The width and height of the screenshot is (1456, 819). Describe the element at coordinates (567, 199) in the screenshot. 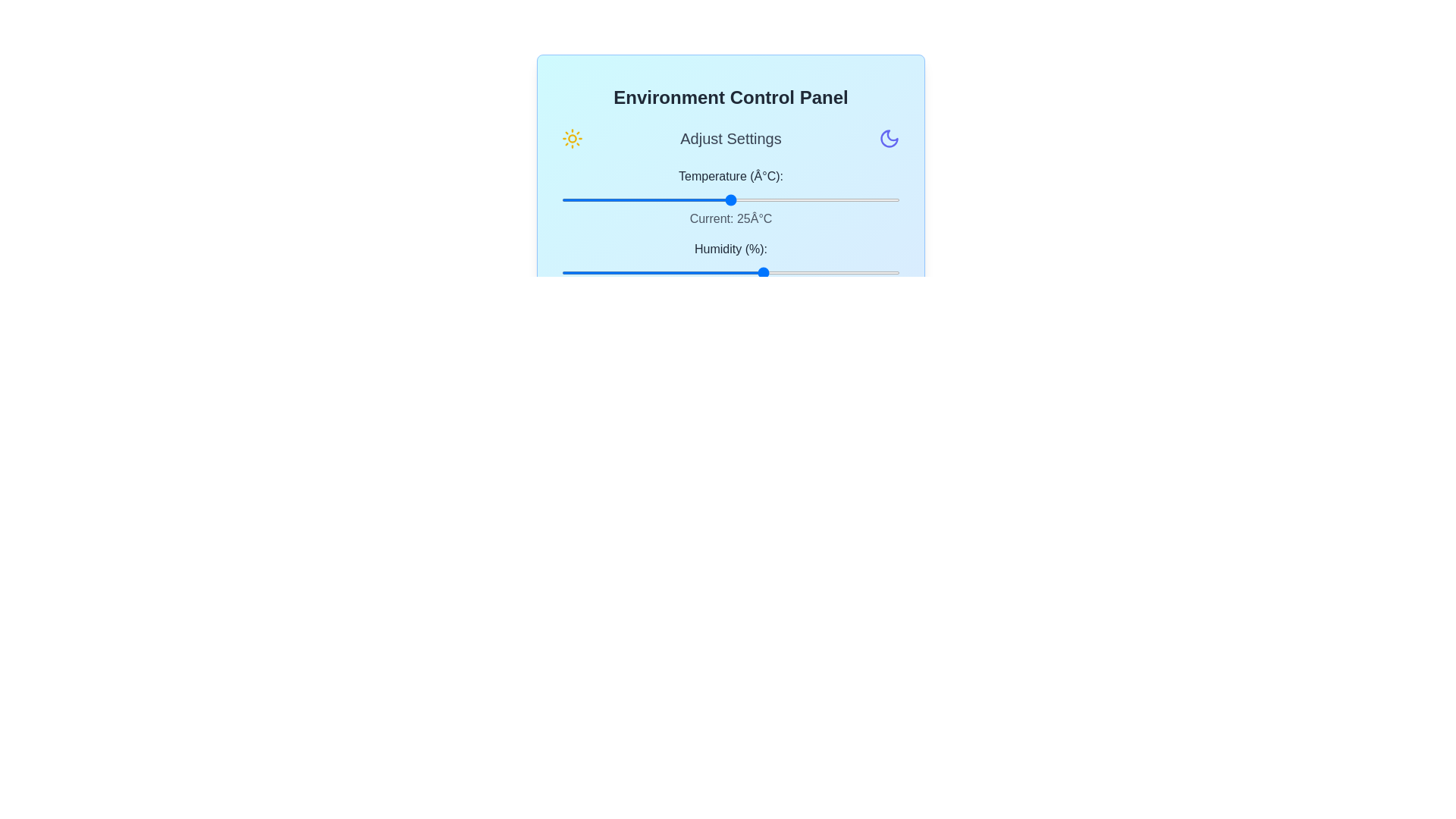

I see `the temperature slider to set the temperature to 1°C` at that location.